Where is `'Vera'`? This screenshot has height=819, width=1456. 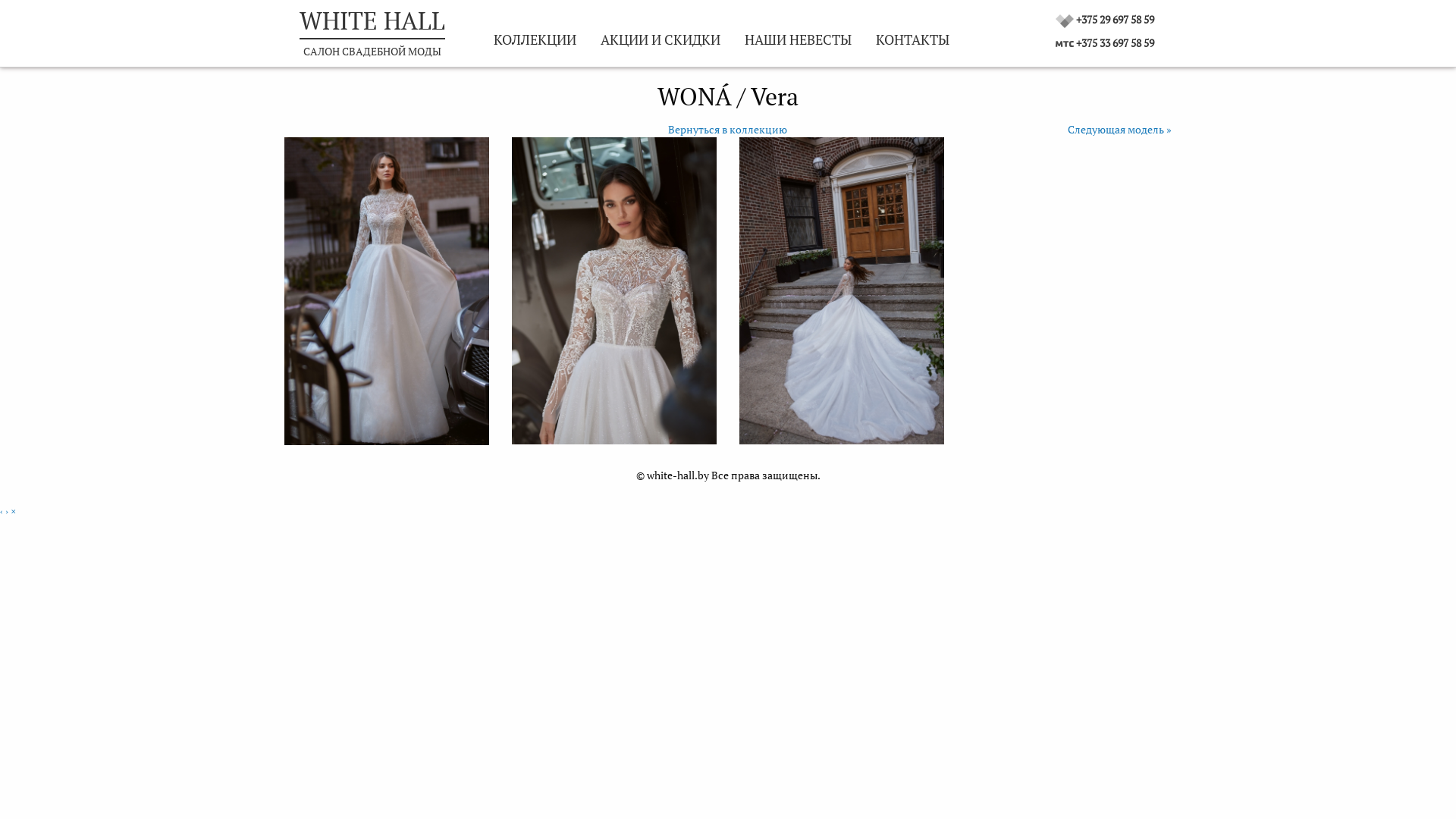
'Vera' is located at coordinates (739, 290).